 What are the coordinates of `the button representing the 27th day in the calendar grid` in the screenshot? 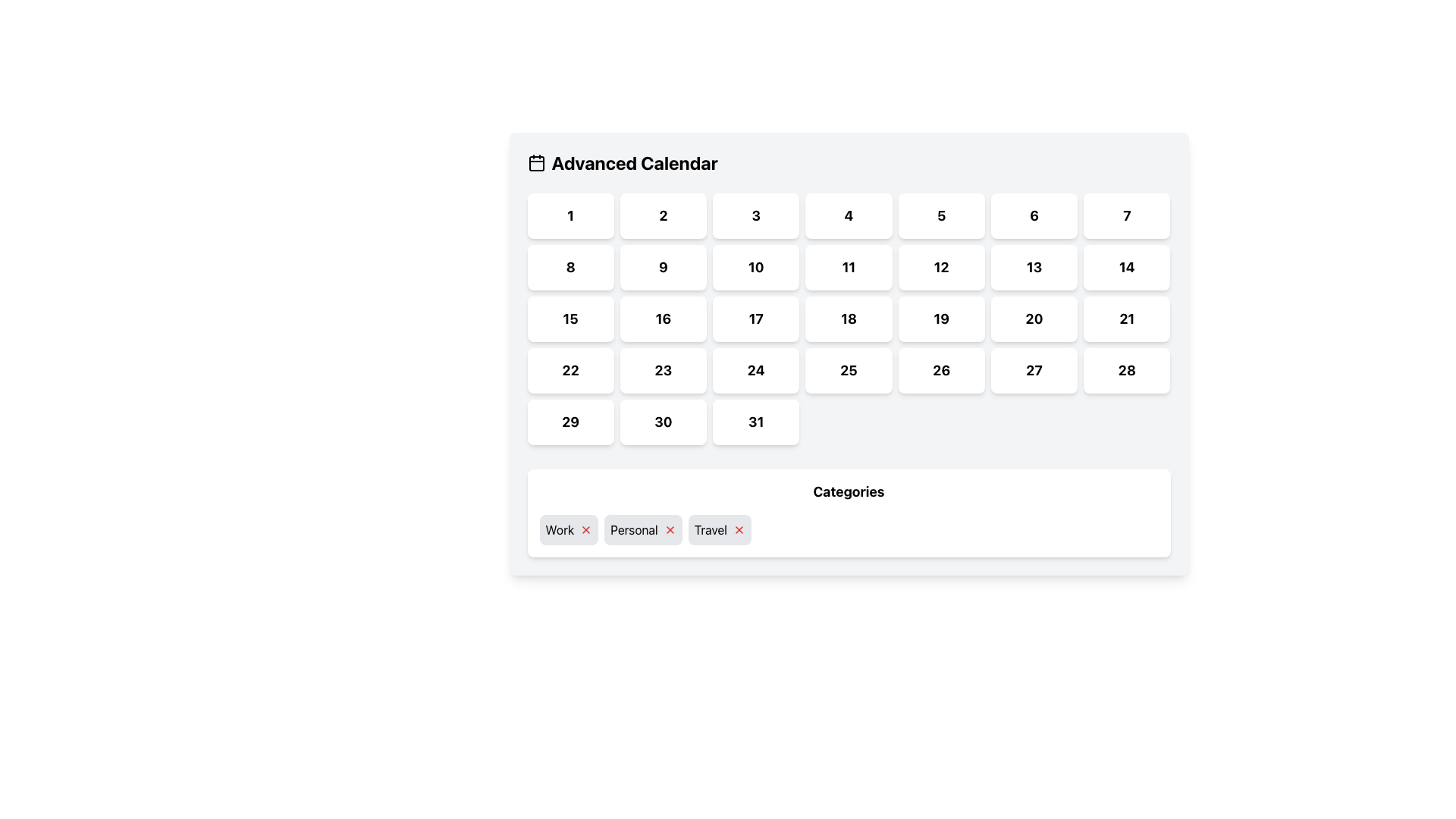 It's located at (1033, 371).